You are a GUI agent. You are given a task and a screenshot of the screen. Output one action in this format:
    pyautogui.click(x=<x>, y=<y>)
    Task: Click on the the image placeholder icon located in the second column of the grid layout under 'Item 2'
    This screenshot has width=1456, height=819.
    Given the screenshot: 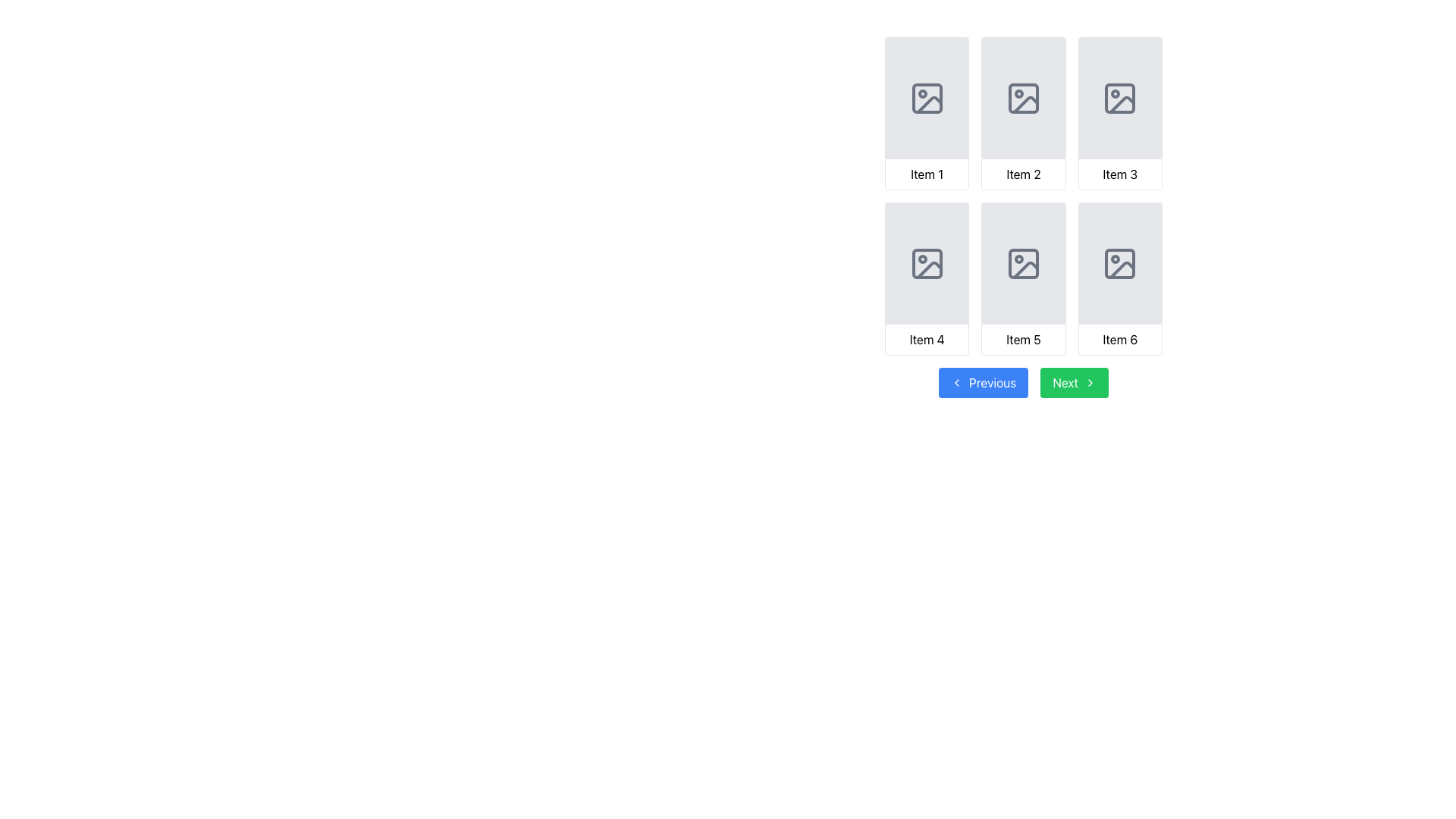 What is the action you would take?
    pyautogui.click(x=1022, y=99)
    